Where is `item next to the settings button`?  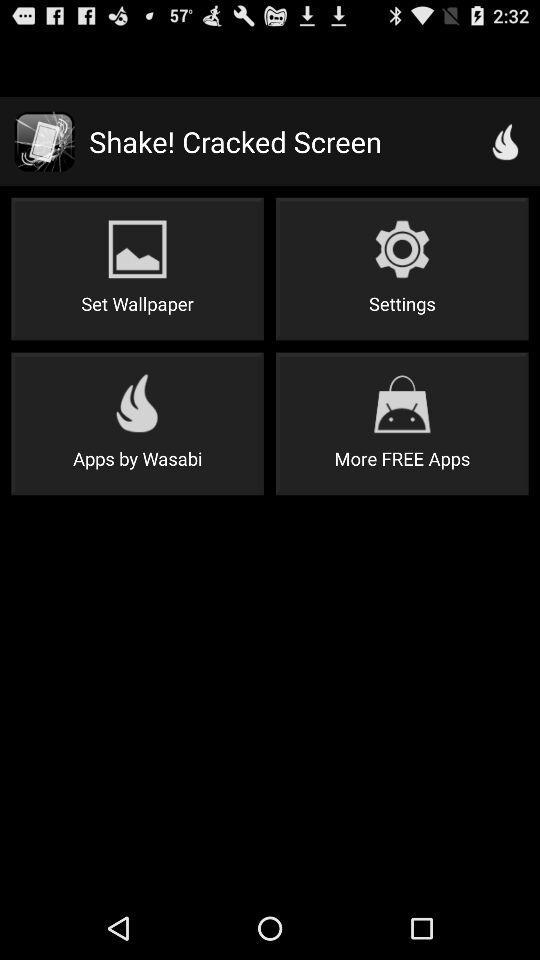
item next to the settings button is located at coordinates (136, 268).